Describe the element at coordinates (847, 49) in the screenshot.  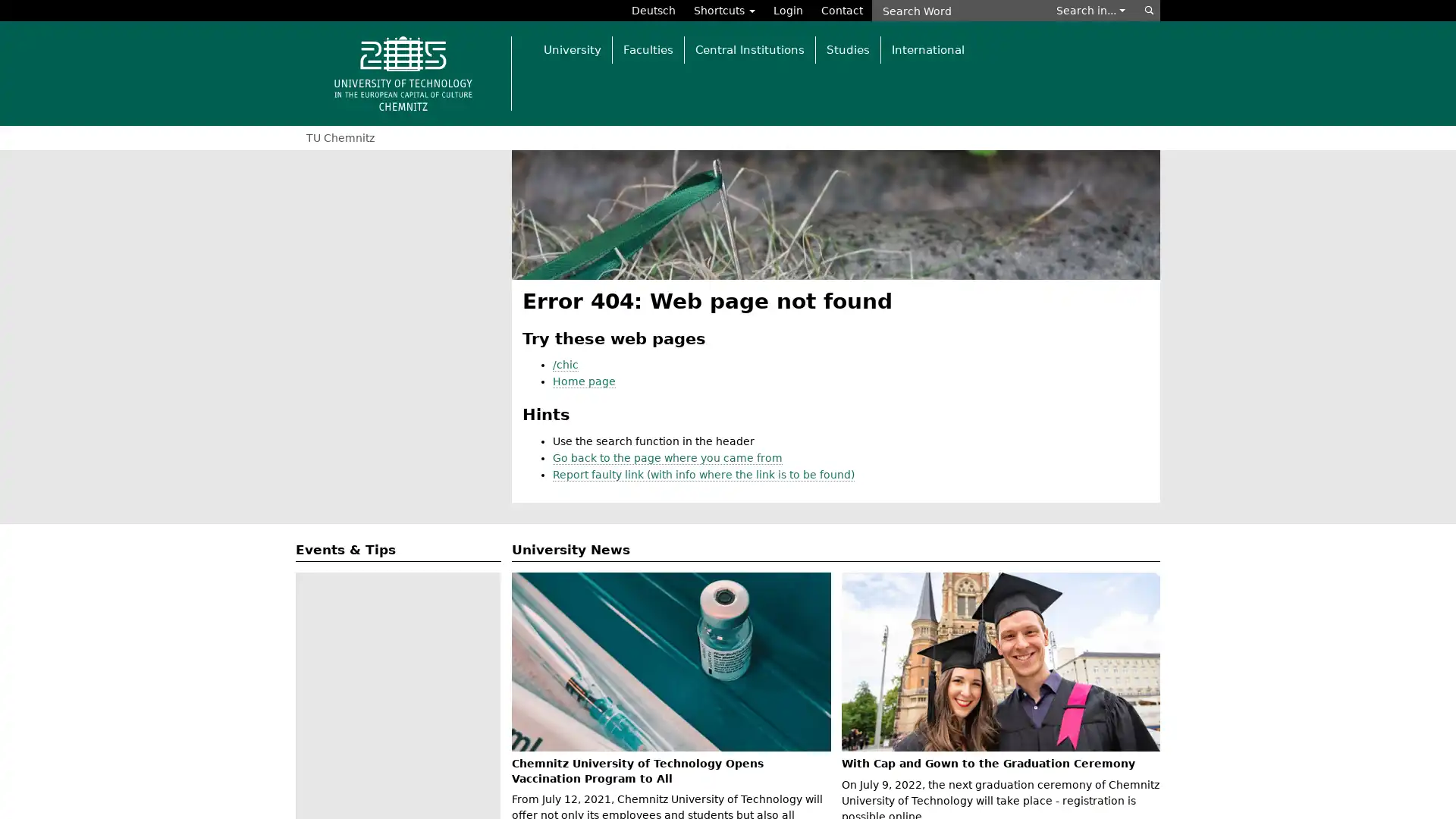
I see `Studies` at that location.